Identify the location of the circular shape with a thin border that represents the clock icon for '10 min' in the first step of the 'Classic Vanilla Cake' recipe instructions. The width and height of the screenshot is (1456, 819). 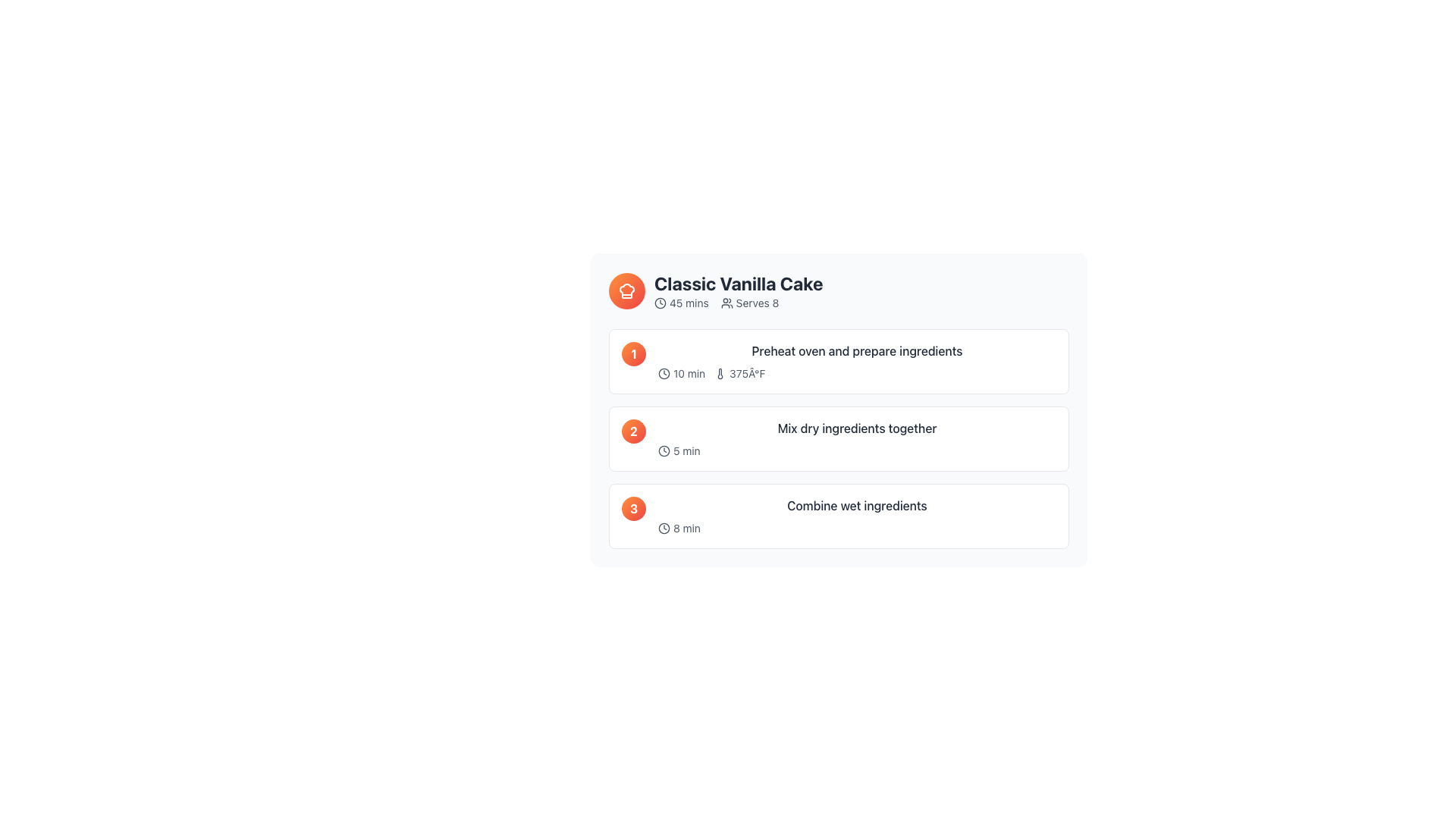
(664, 374).